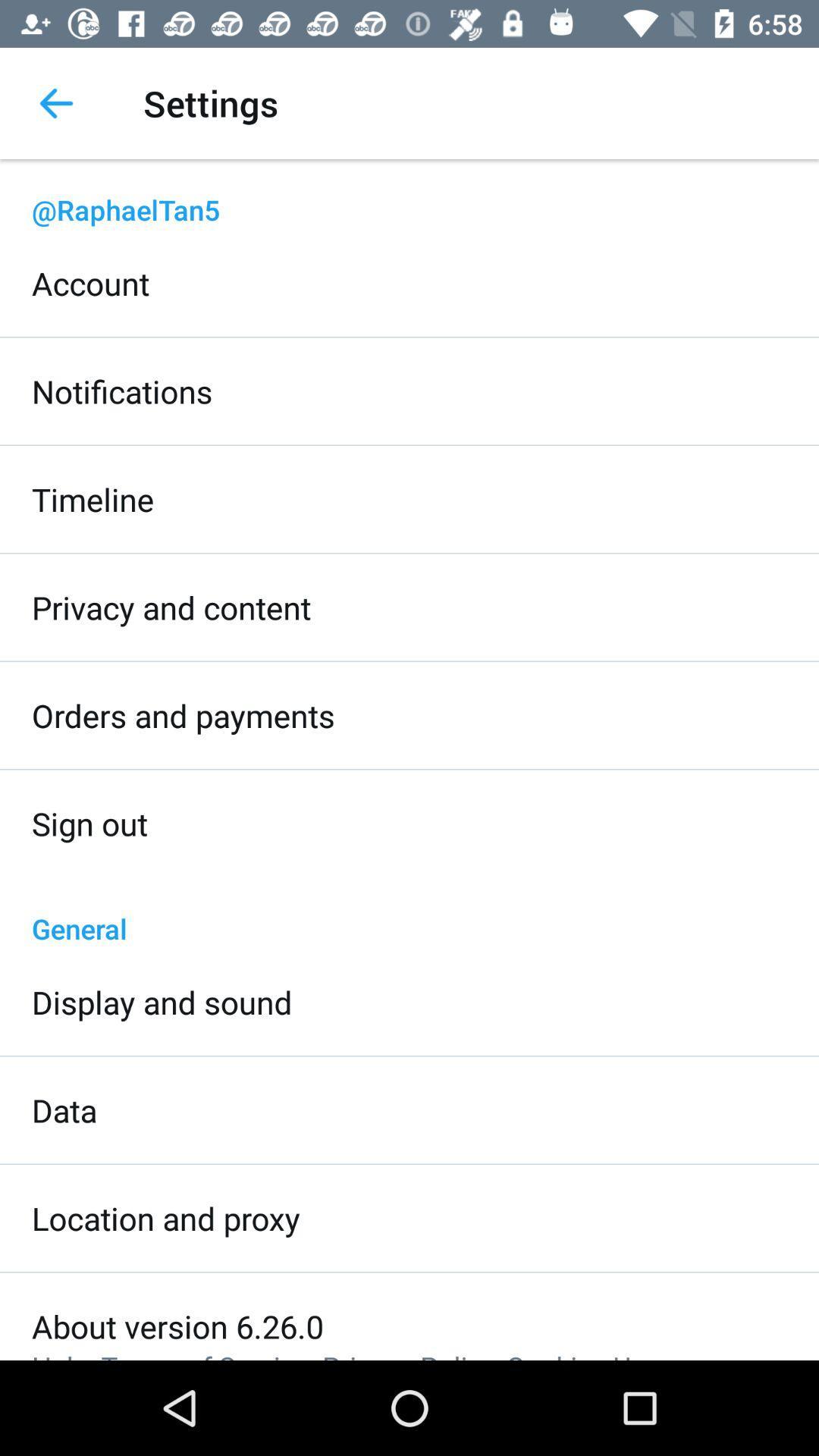 The height and width of the screenshot is (1456, 819). I want to click on item above the display and sound, so click(409, 912).